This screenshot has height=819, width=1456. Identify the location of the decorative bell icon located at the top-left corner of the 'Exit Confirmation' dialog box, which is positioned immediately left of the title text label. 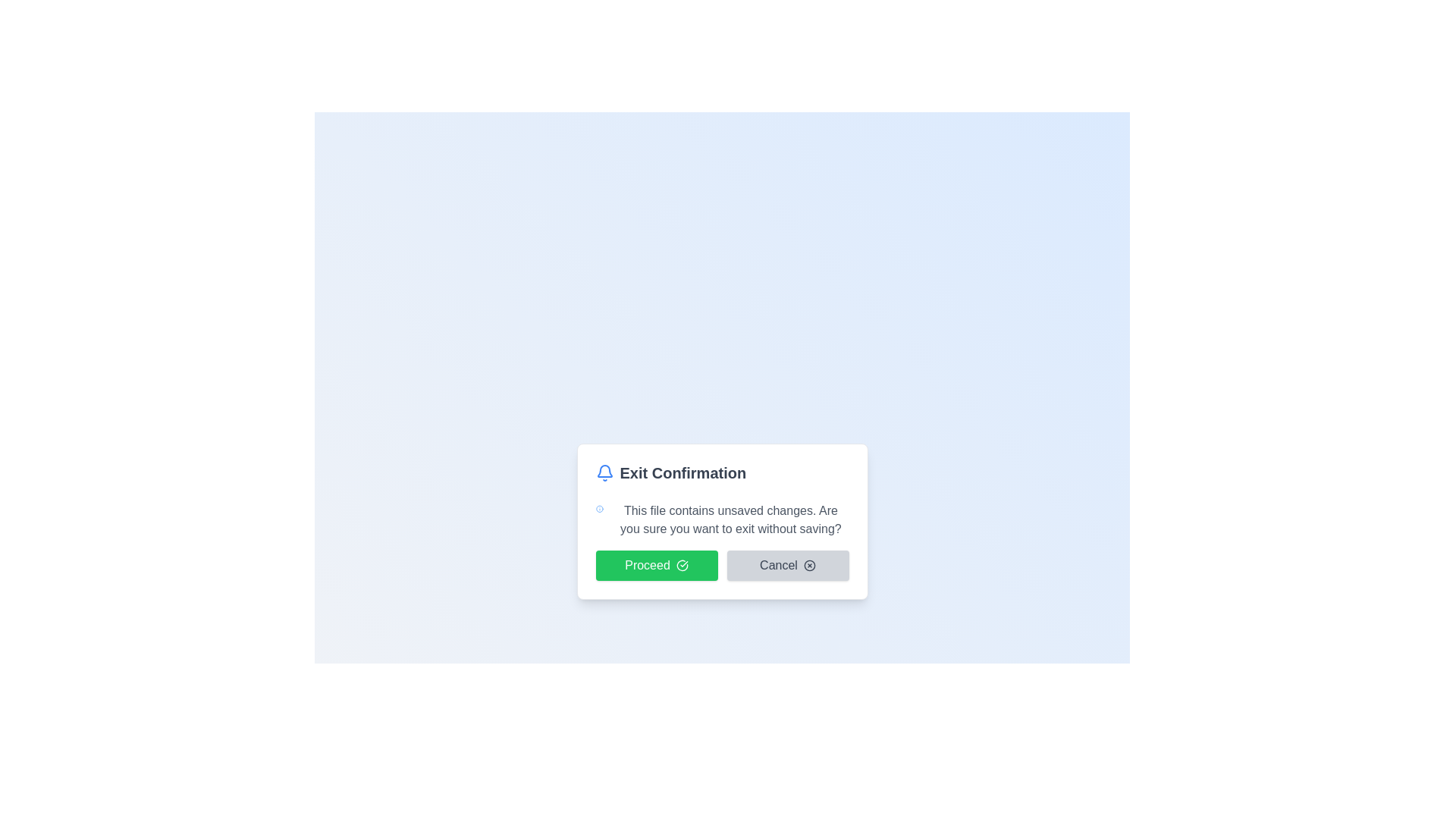
(604, 472).